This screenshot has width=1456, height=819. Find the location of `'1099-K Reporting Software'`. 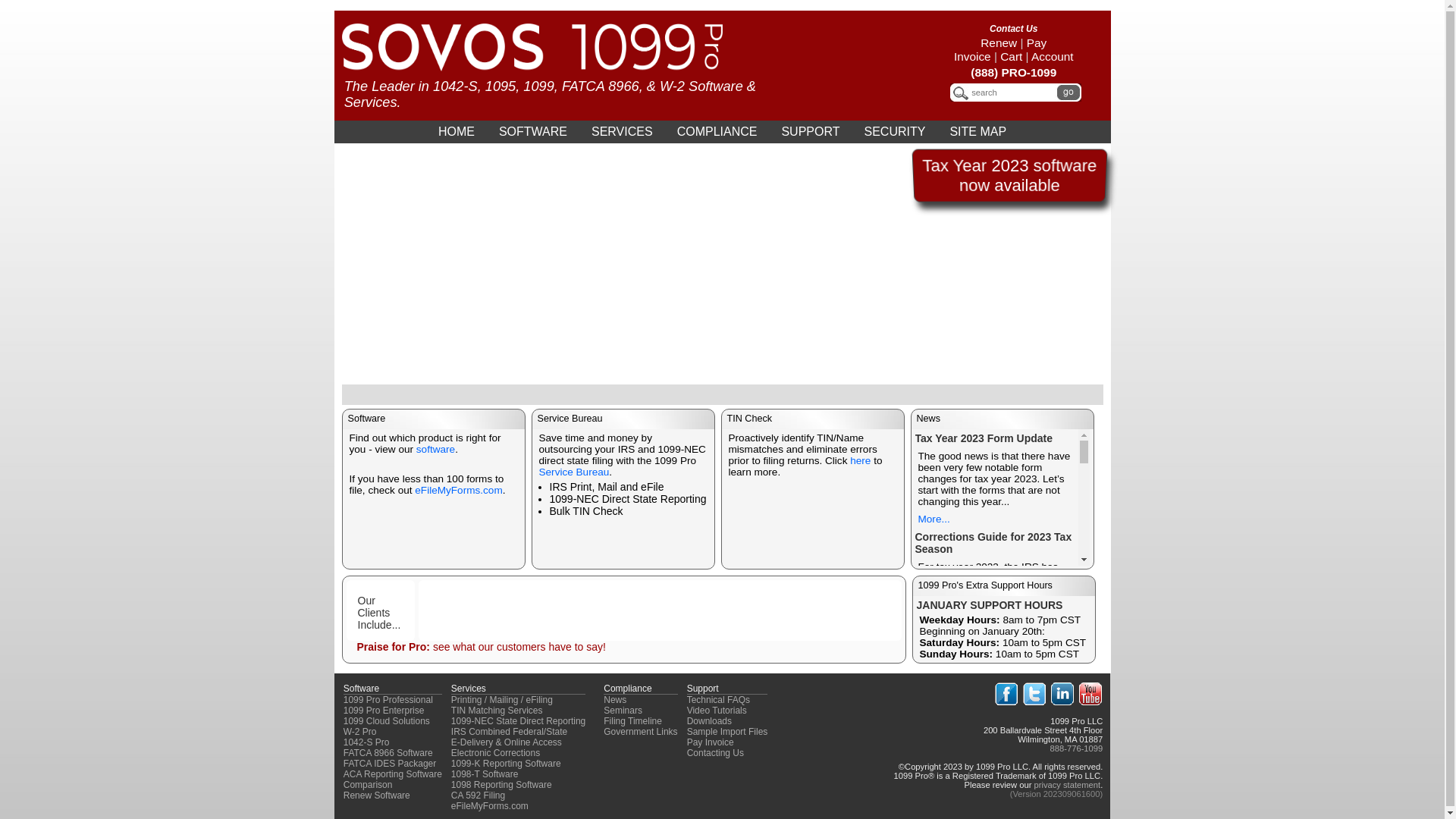

'1099-K Reporting Software' is located at coordinates (450, 763).